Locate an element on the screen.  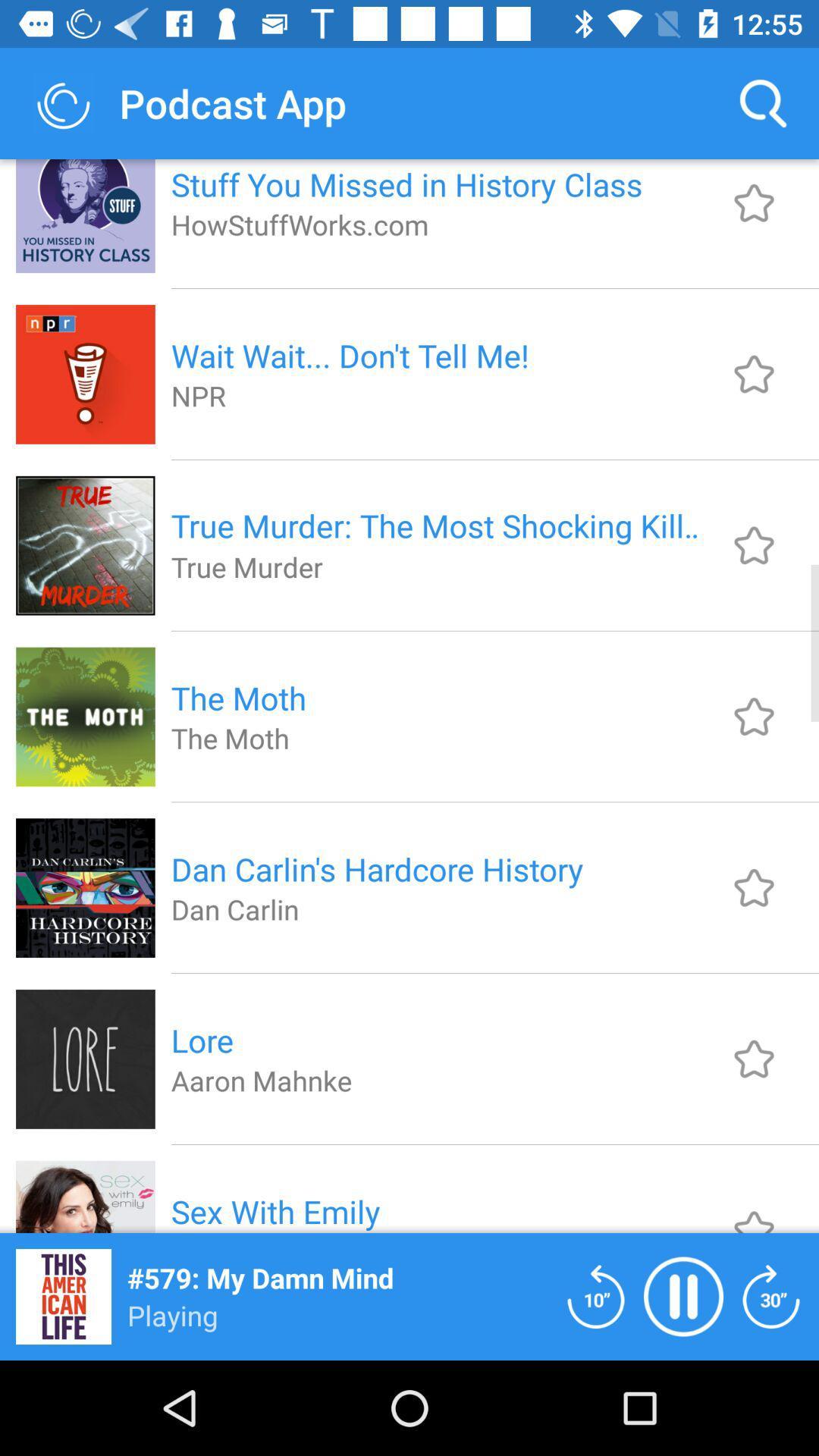
fast foward 30 seconds is located at coordinates (771, 1295).